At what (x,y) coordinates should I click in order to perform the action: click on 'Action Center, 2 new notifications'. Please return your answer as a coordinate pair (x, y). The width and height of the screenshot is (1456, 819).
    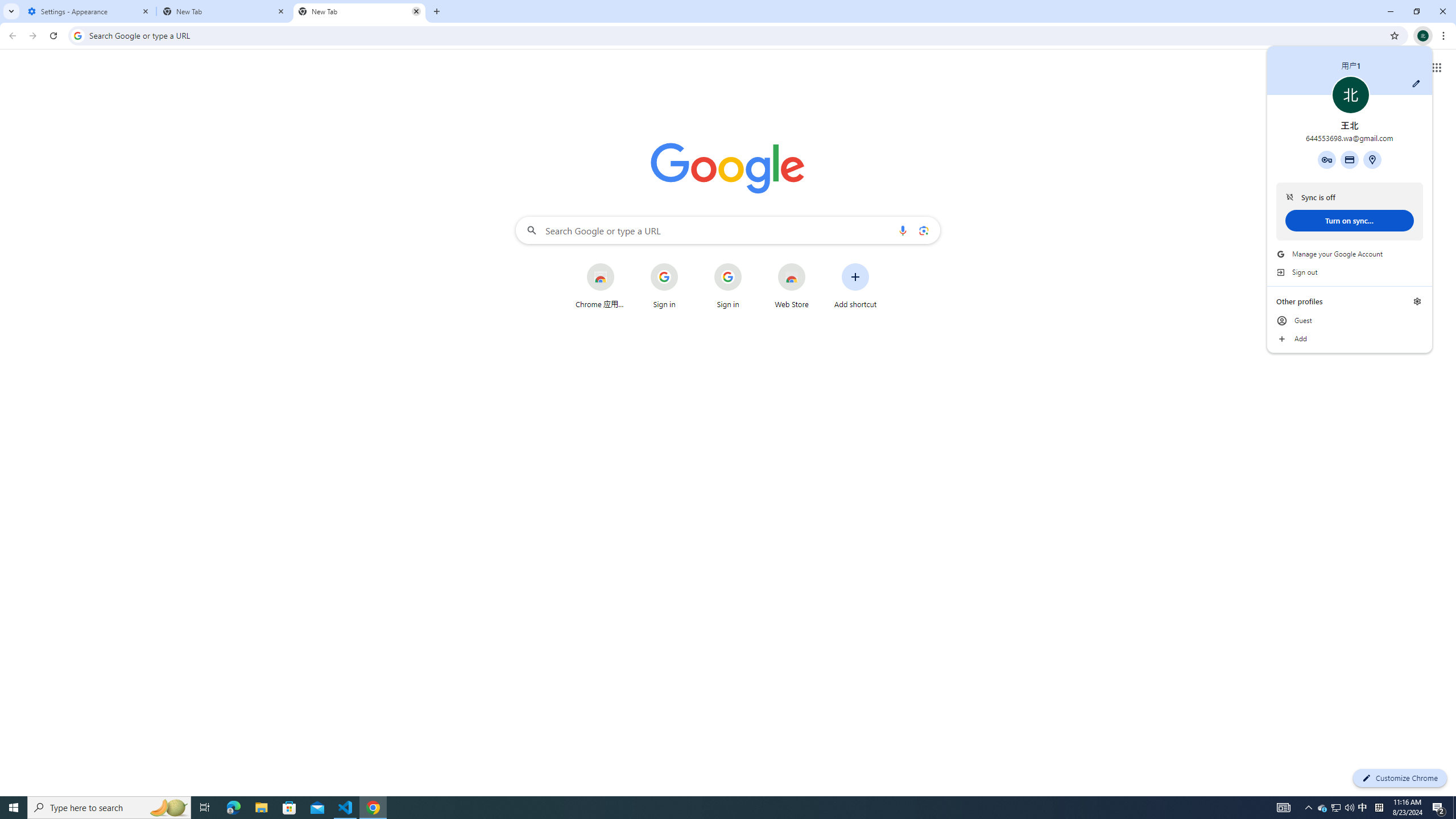
    Looking at the image, I should click on (1439, 806).